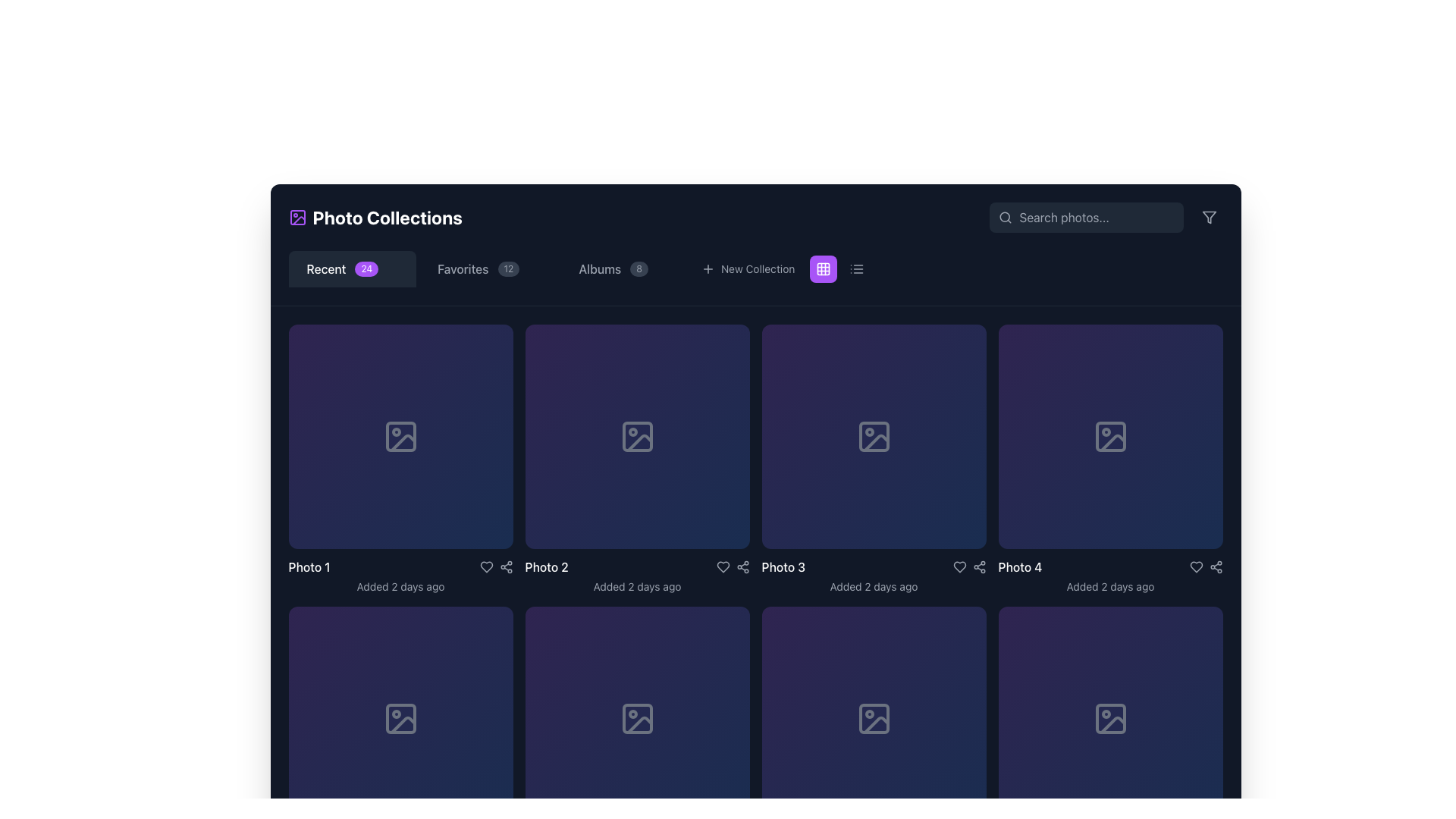 The height and width of the screenshot is (819, 1456). Describe the element at coordinates (1110, 718) in the screenshot. I see `the download icon located in the bottom-right corner of the image frame to initiate the download` at that location.